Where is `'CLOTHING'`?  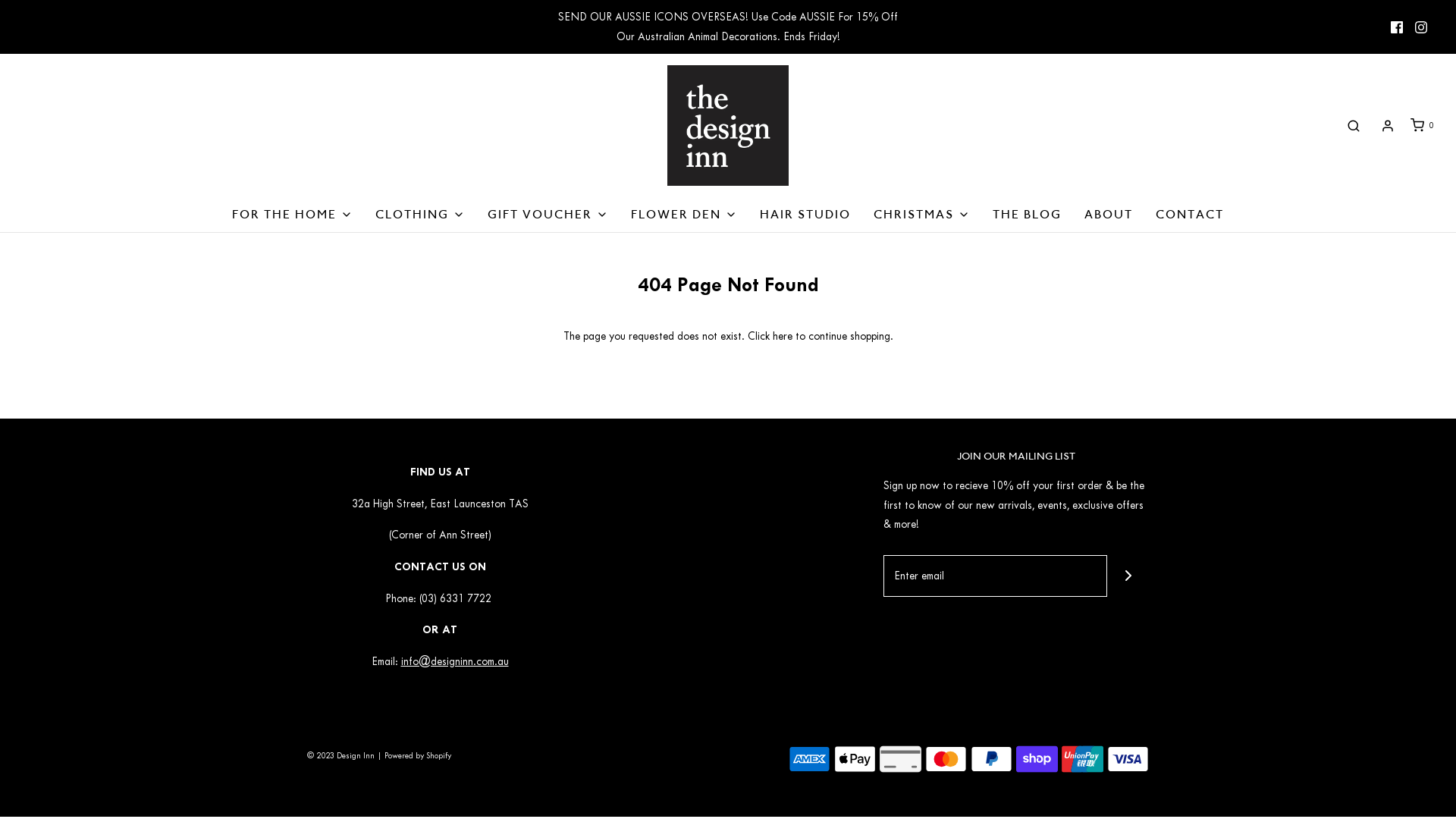
'CLOTHING' is located at coordinates (419, 214).